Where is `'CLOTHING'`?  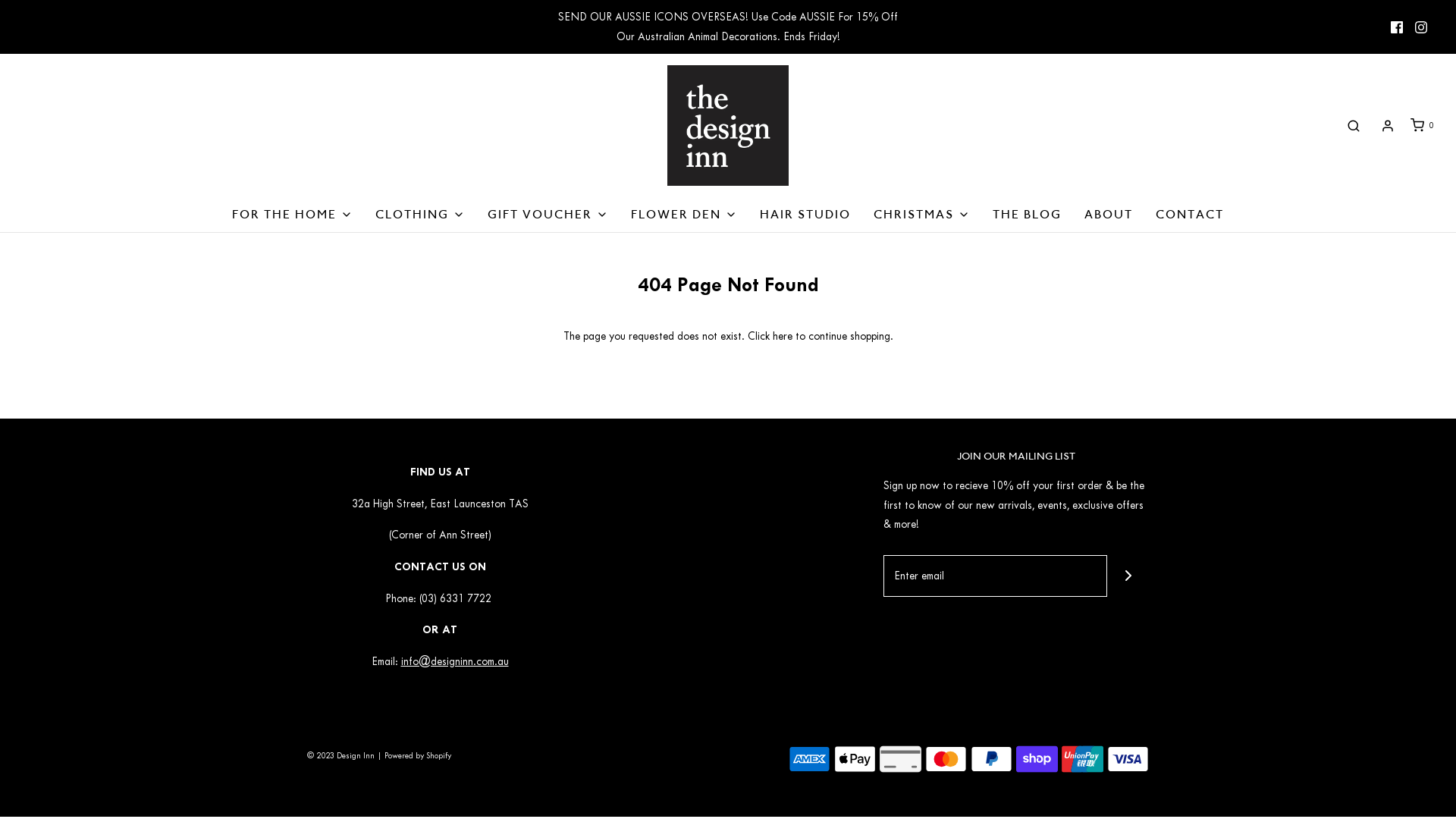
'CLOTHING' is located at coordinates (419, 214).